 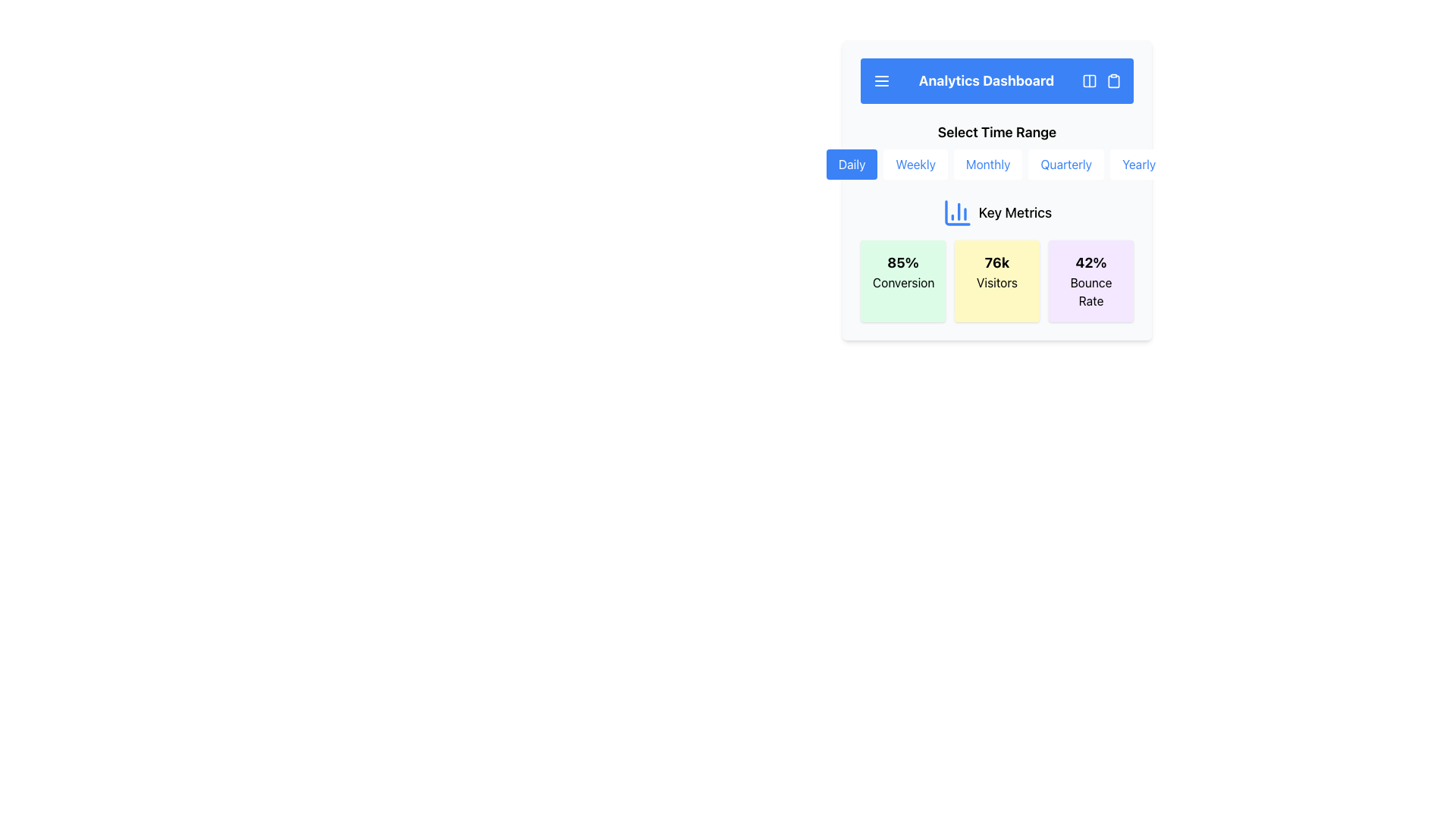 What do you see at coordinates (997, 151) in the screenshot?
I see `keyboard navigation` at bounding box center [997, 151].